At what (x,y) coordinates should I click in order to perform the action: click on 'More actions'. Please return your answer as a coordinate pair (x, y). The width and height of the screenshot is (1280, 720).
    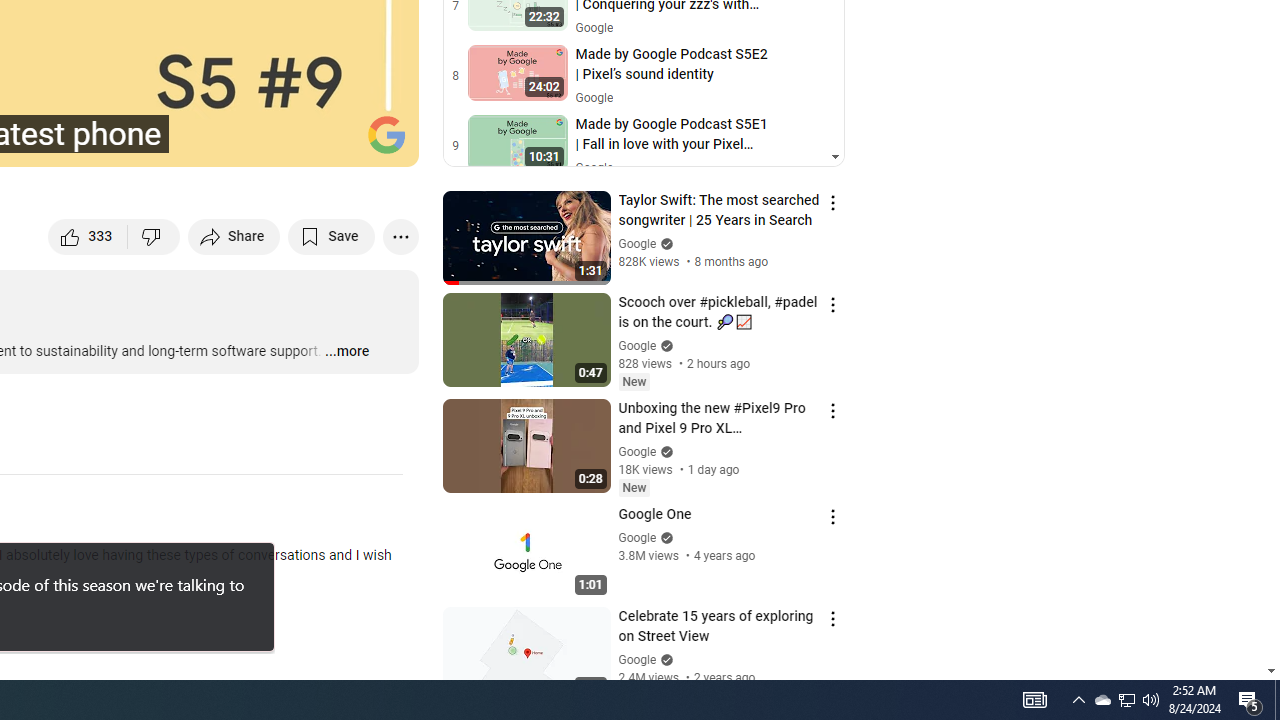
    Looking at the image, I should click on (400, 235).